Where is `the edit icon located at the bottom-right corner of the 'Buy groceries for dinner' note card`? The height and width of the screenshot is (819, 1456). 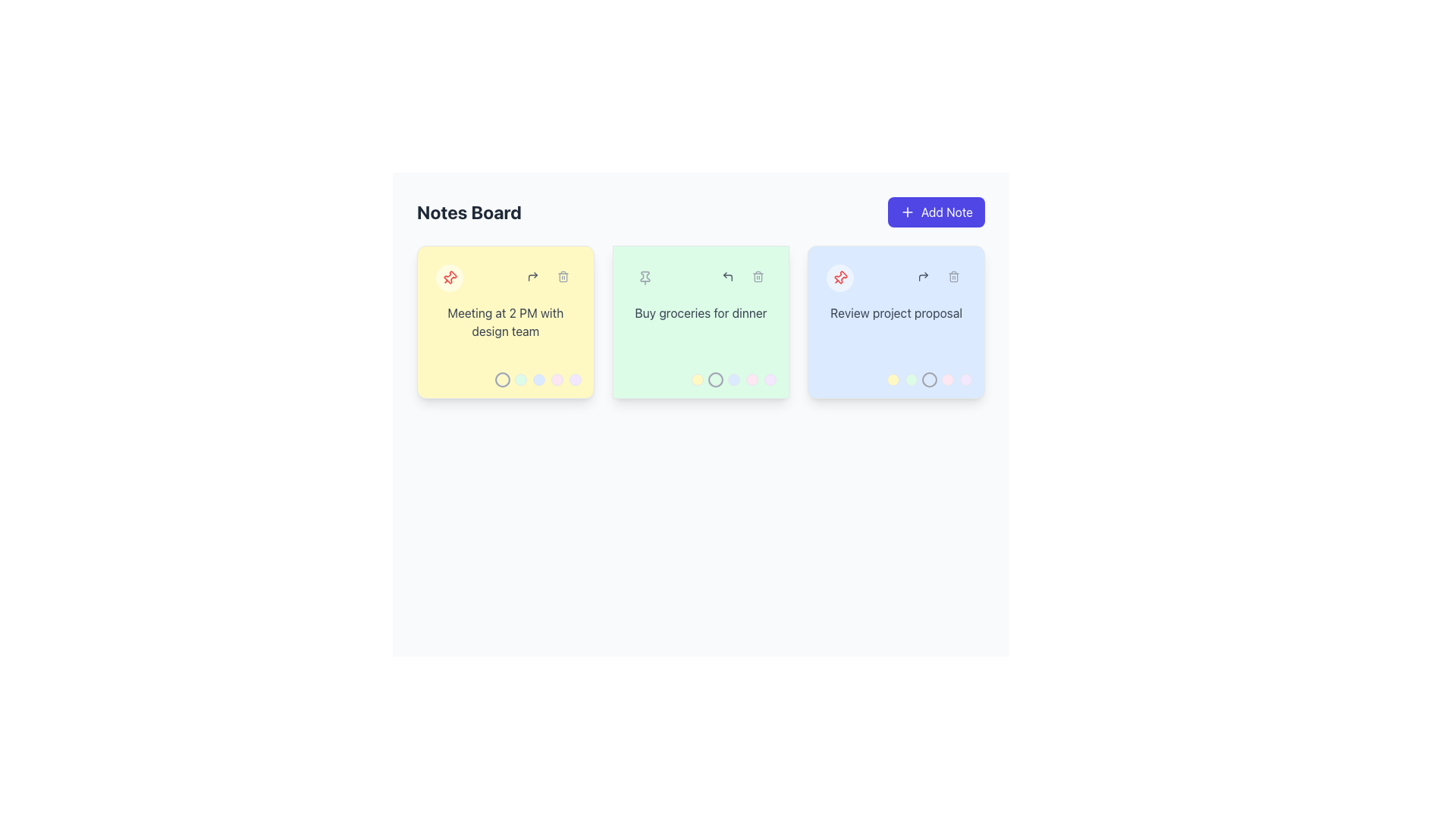 the edit icon located at the bottom-right corner of the 'Buy groceries for dinner' note card is located at coordinates (764, 315).